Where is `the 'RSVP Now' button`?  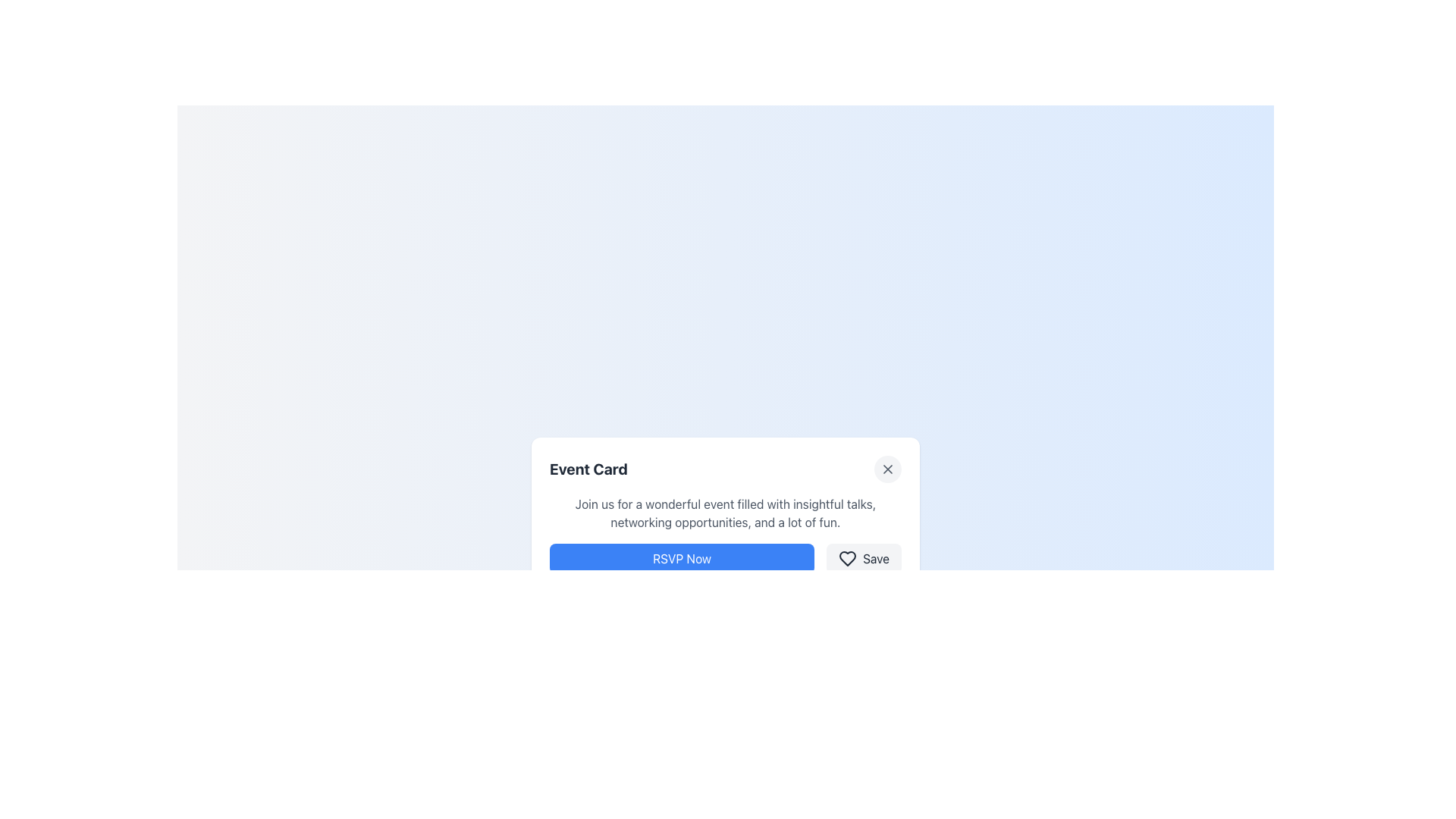
the 'RSVP Now' button is located at coordinates (681, 558).